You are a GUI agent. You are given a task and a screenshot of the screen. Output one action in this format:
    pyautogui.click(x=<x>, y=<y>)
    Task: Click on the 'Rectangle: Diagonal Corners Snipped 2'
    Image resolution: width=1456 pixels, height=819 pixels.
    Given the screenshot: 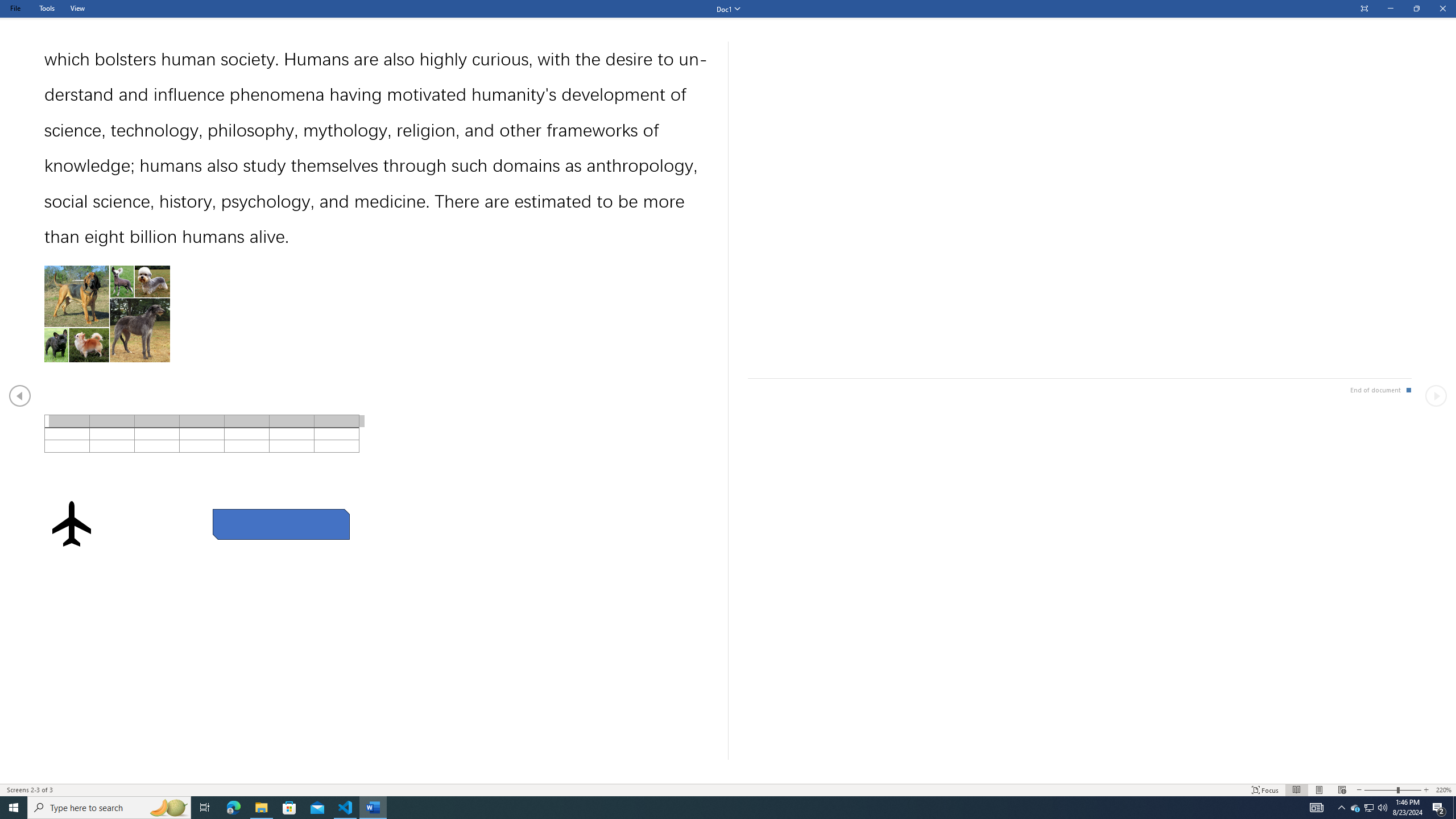 What is the action you would take?
    pyautogui.click(x=280, y=524)
    